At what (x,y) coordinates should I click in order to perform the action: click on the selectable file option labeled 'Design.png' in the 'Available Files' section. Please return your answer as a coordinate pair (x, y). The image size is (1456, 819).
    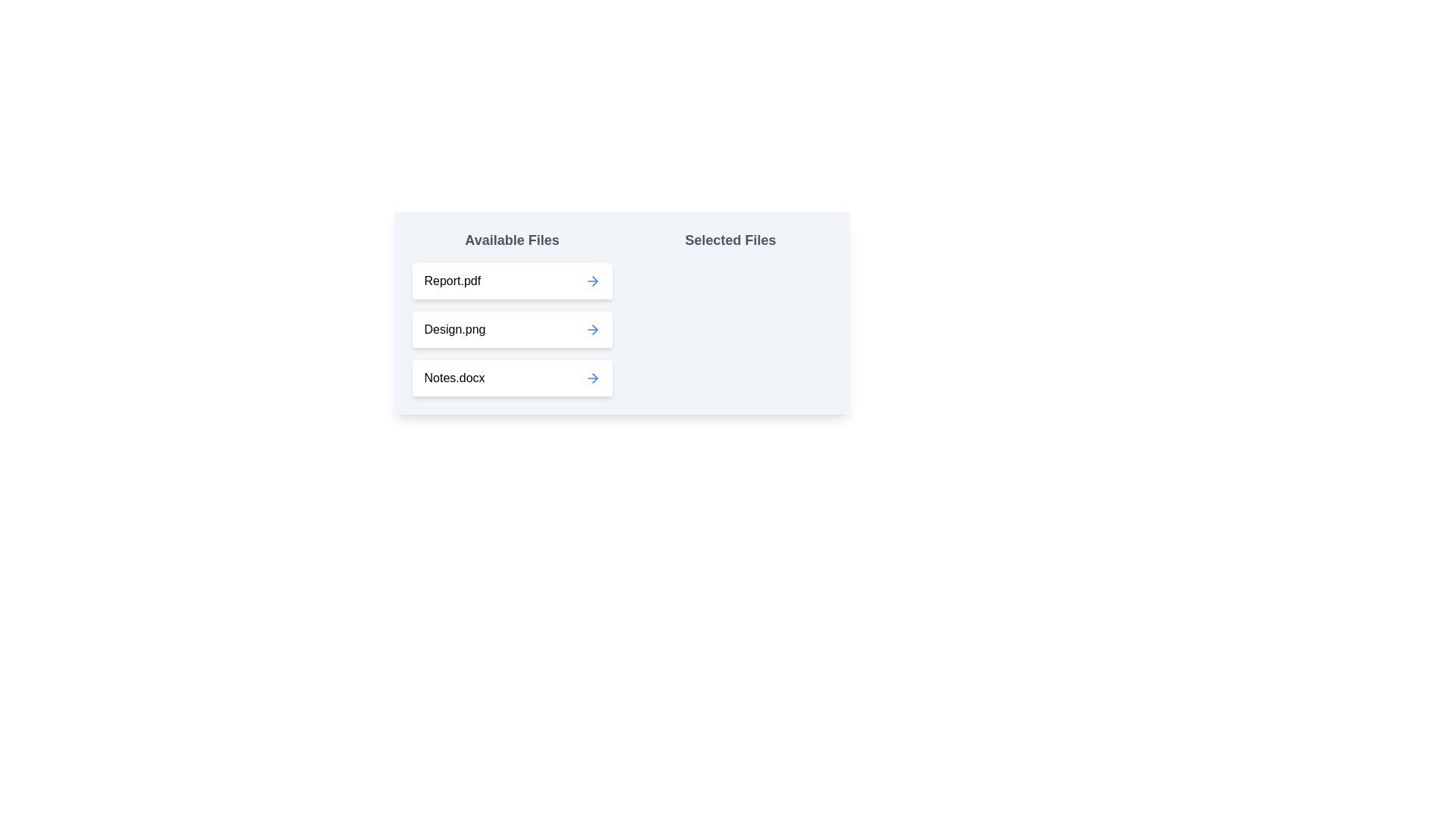
    Looking at the image, I should click on (512, 329).